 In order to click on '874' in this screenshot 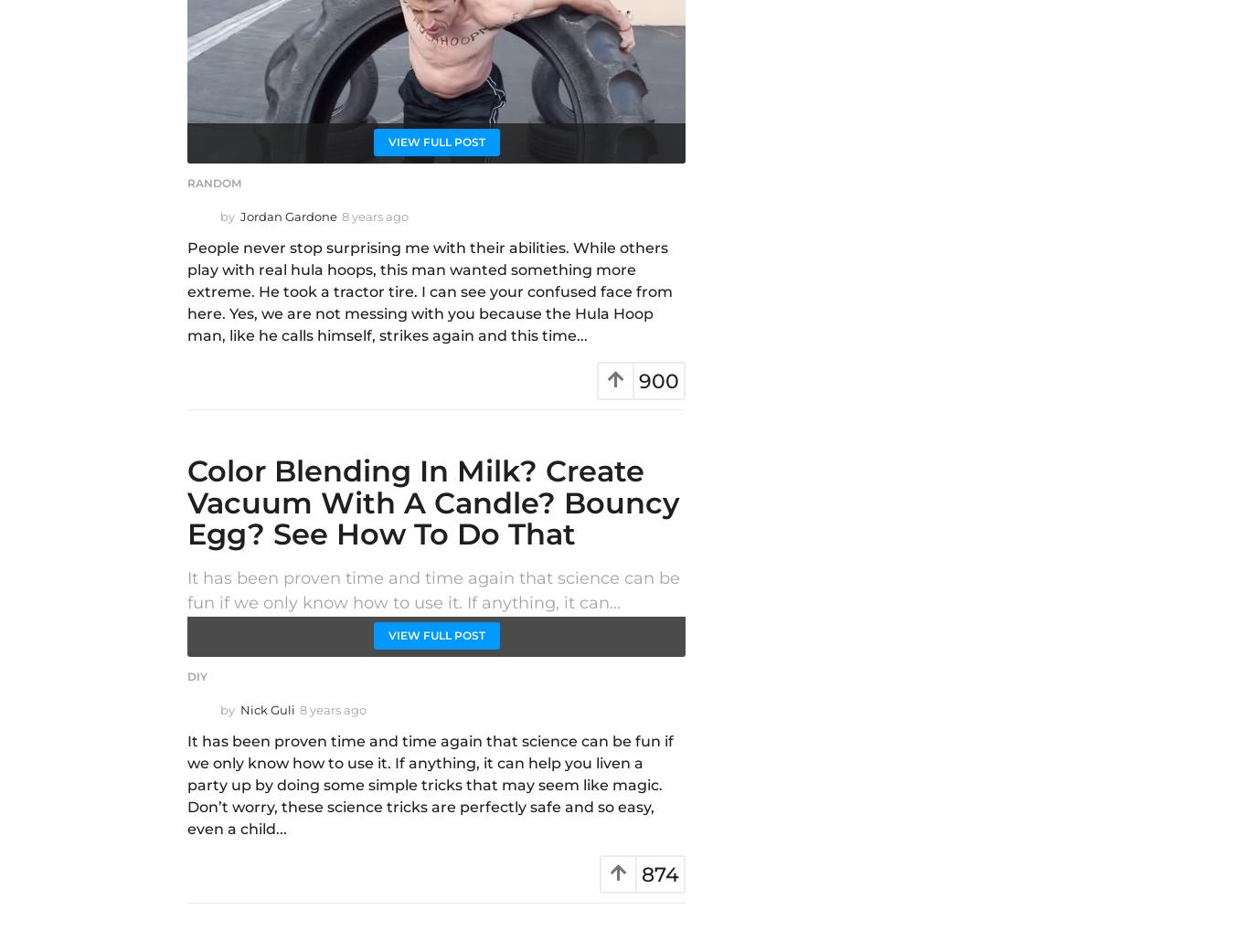, I will do `click(659, 873)`.